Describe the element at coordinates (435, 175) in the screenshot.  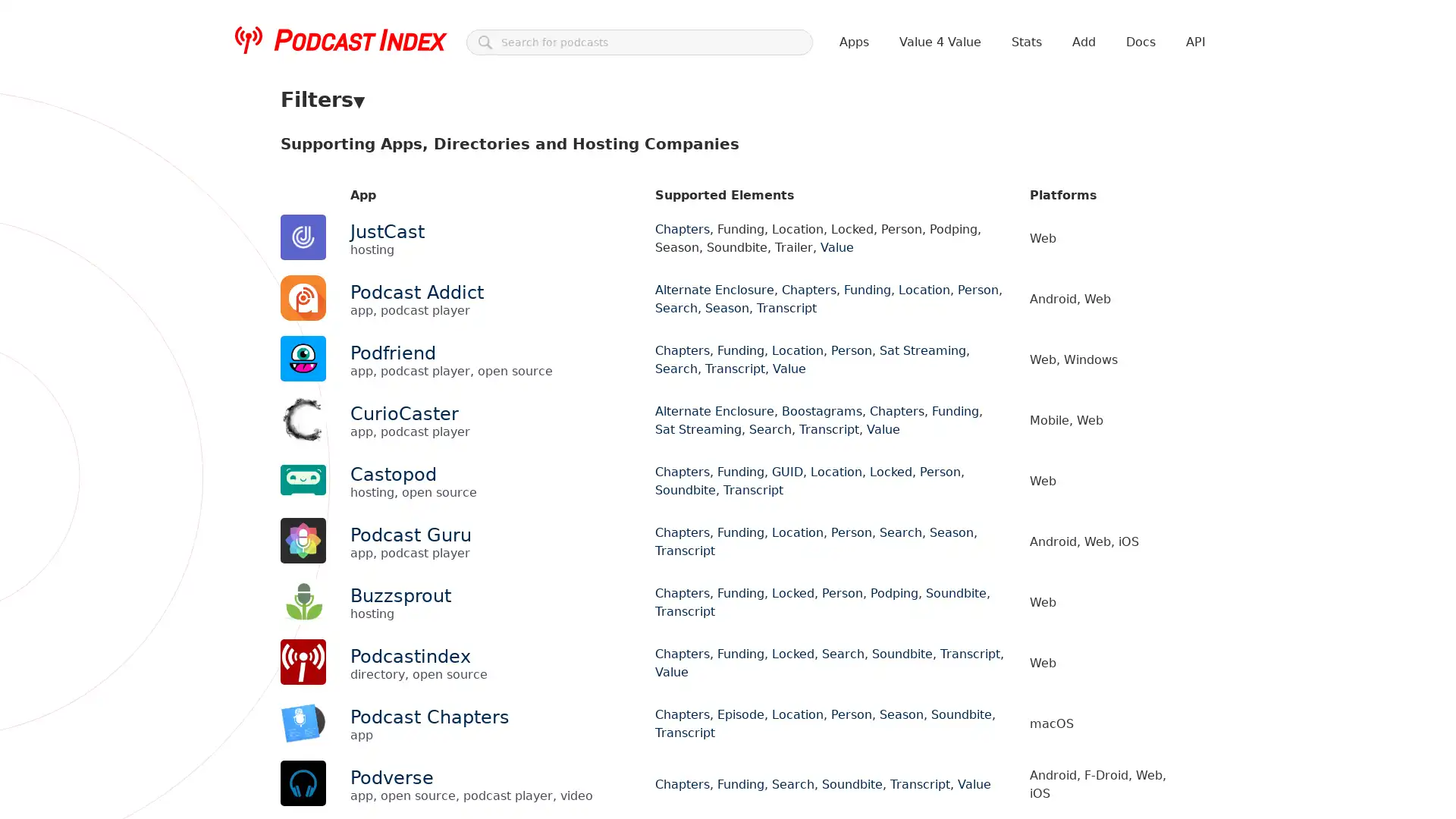
I see `Wordpress Plugin` at that location.